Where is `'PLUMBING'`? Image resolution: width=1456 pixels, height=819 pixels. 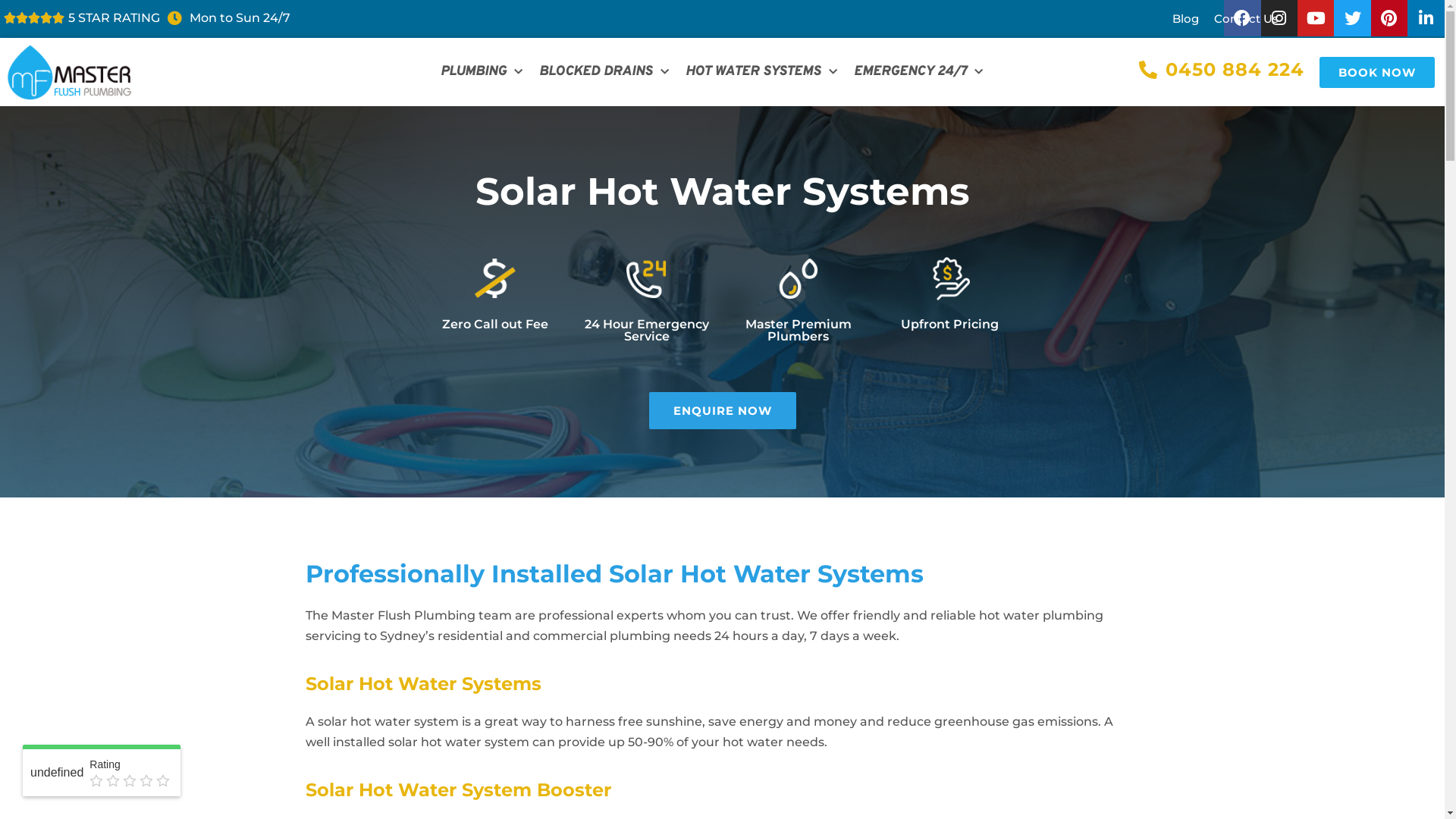
'PLUMBING' is located at coordinates (436, 72).